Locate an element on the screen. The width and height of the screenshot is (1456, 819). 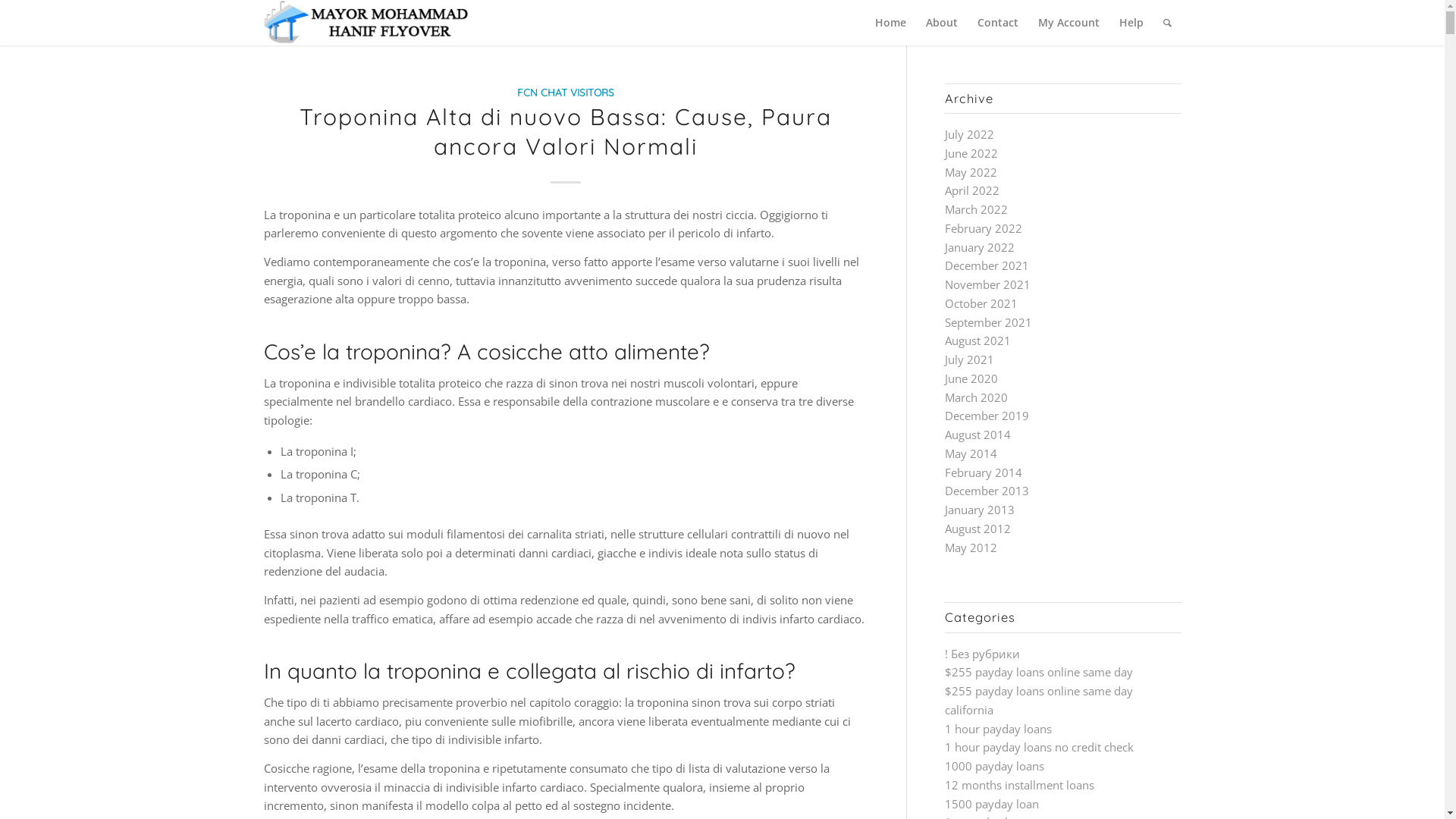
'July 2022' is located at coordinates (968, 133).